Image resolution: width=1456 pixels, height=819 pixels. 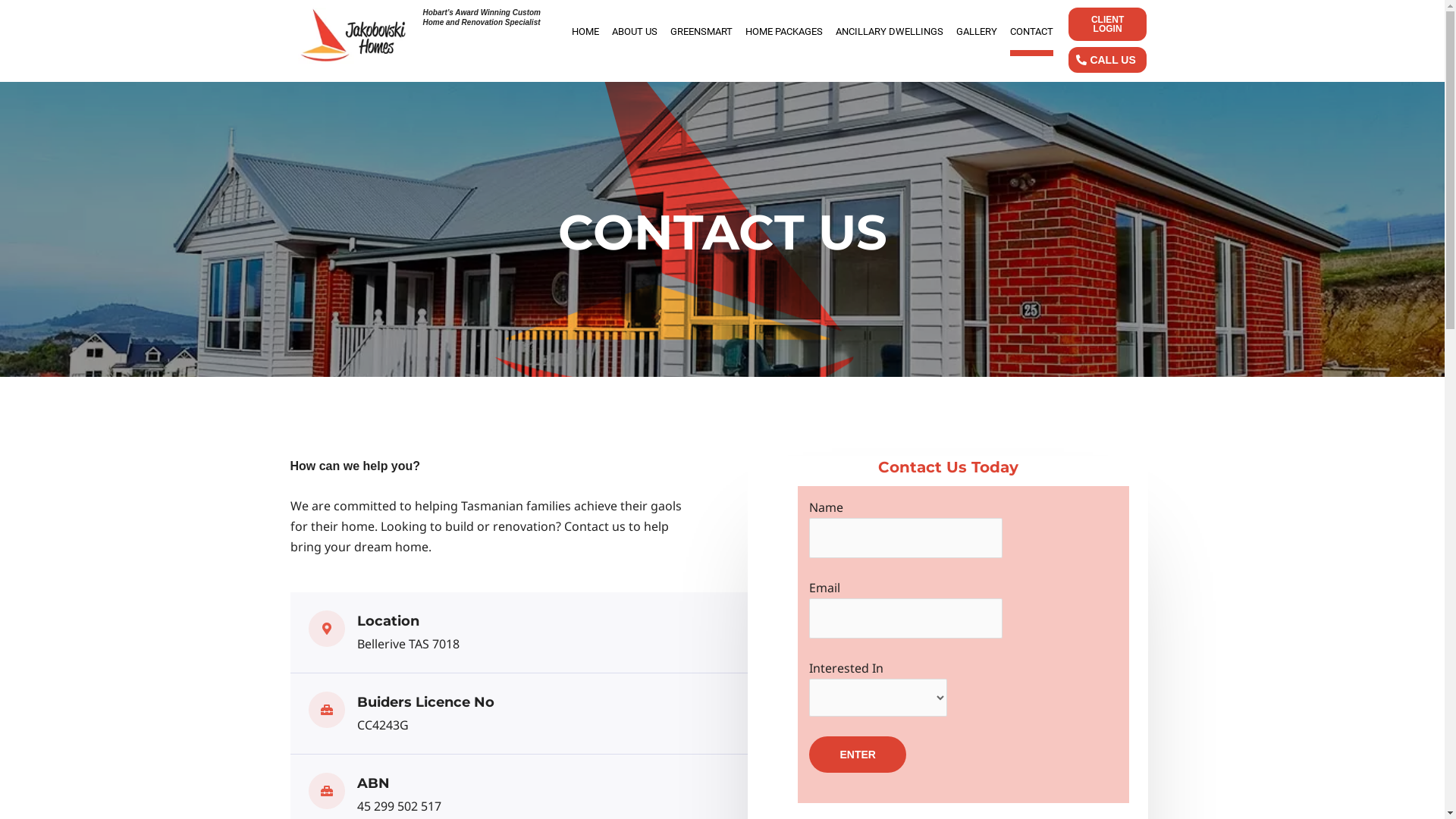 What do you see at coordinates (1106, 24) in the screenshot?
I see `'CLIENT LOGIN'` at bounding box center [1106, 24].